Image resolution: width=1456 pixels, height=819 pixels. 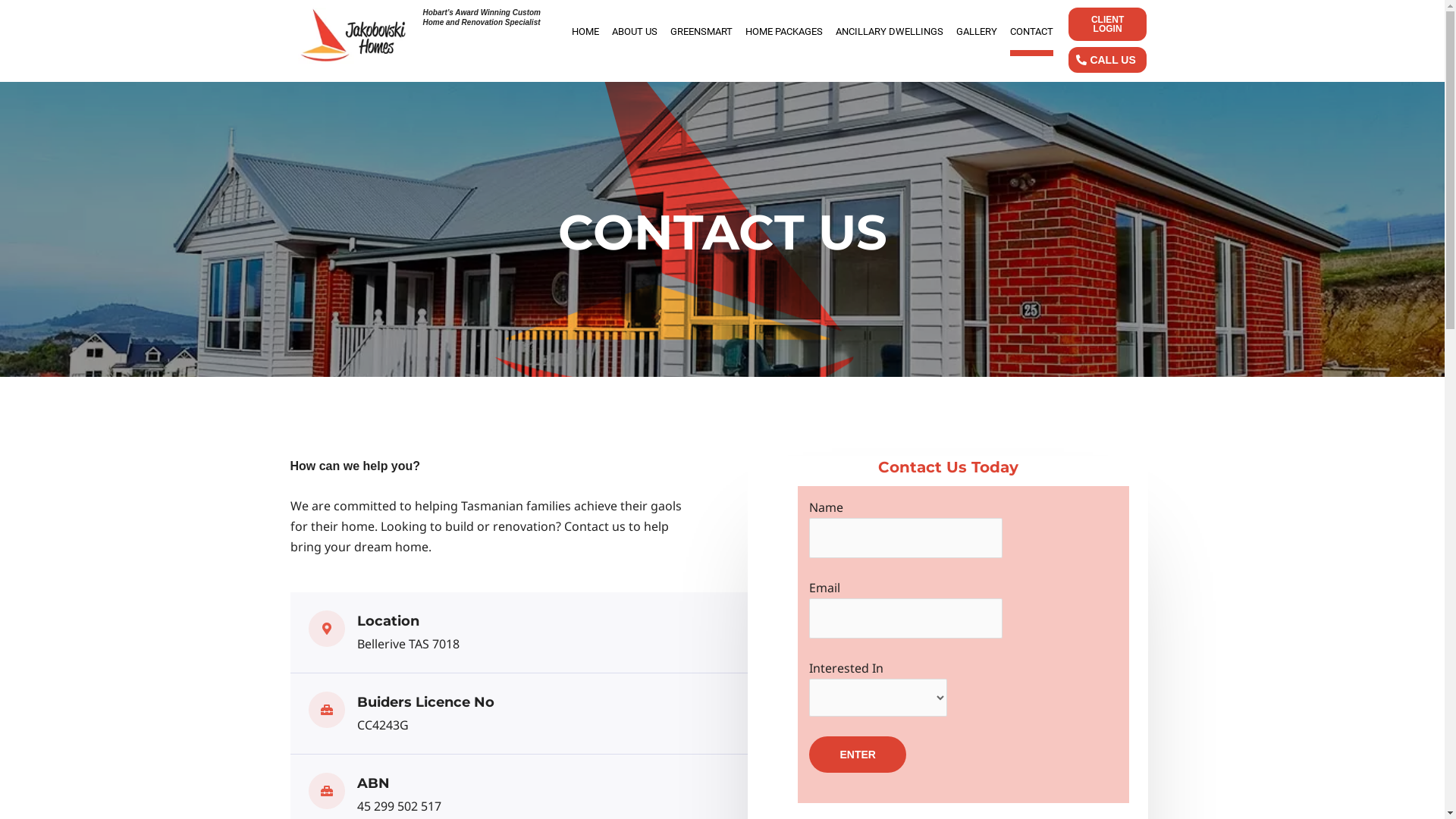 What do you see at coordinates (1106, 24) in the screenshot?
I see `'CLIENT LOGIN'` at bounding box center [1106, 24].